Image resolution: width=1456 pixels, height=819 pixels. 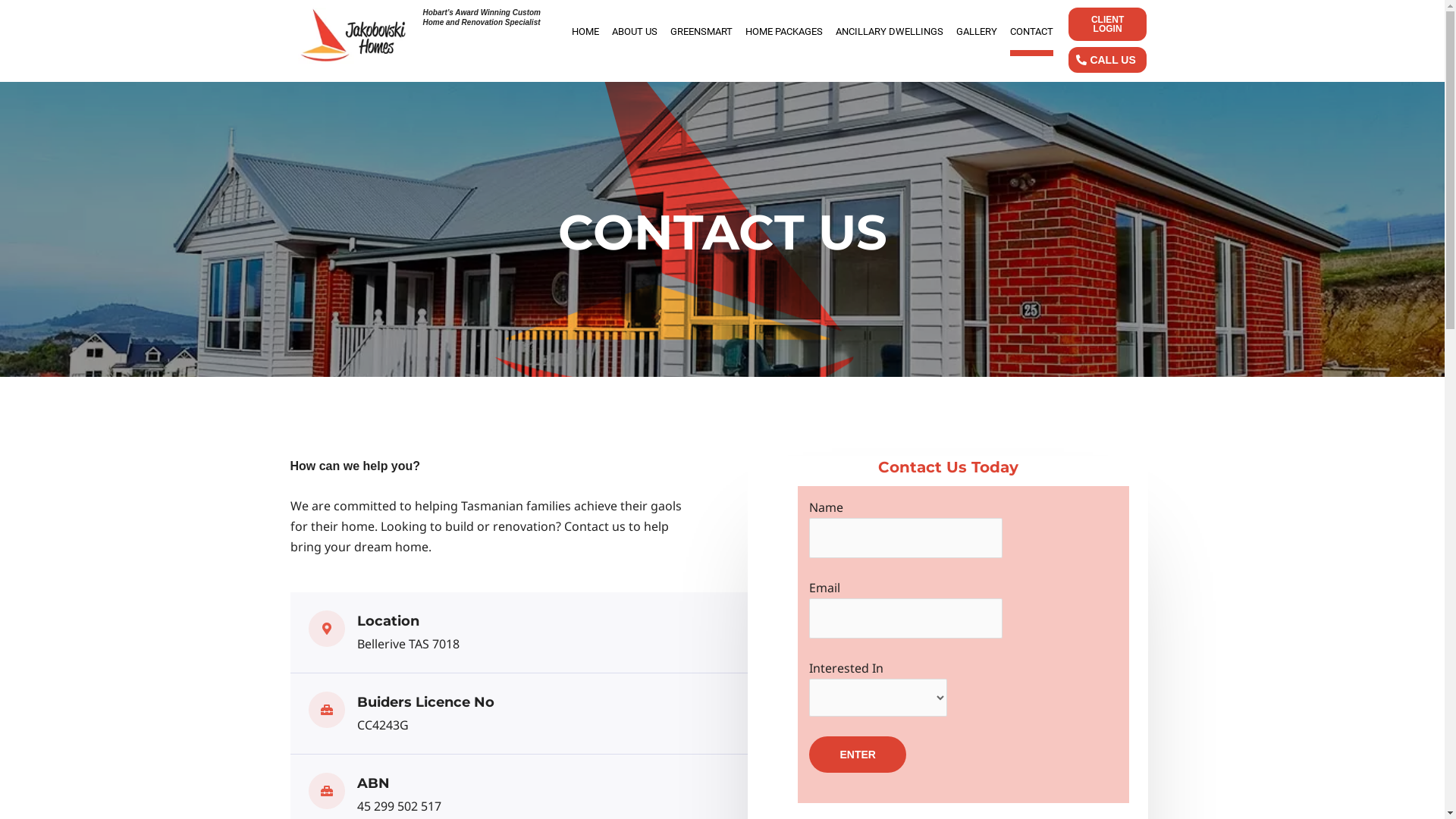 What do you see at coordinates (1106, 24) in the screenshot?
I see `'CLIENT LOGIN'` at bounding box center [1106, 24].